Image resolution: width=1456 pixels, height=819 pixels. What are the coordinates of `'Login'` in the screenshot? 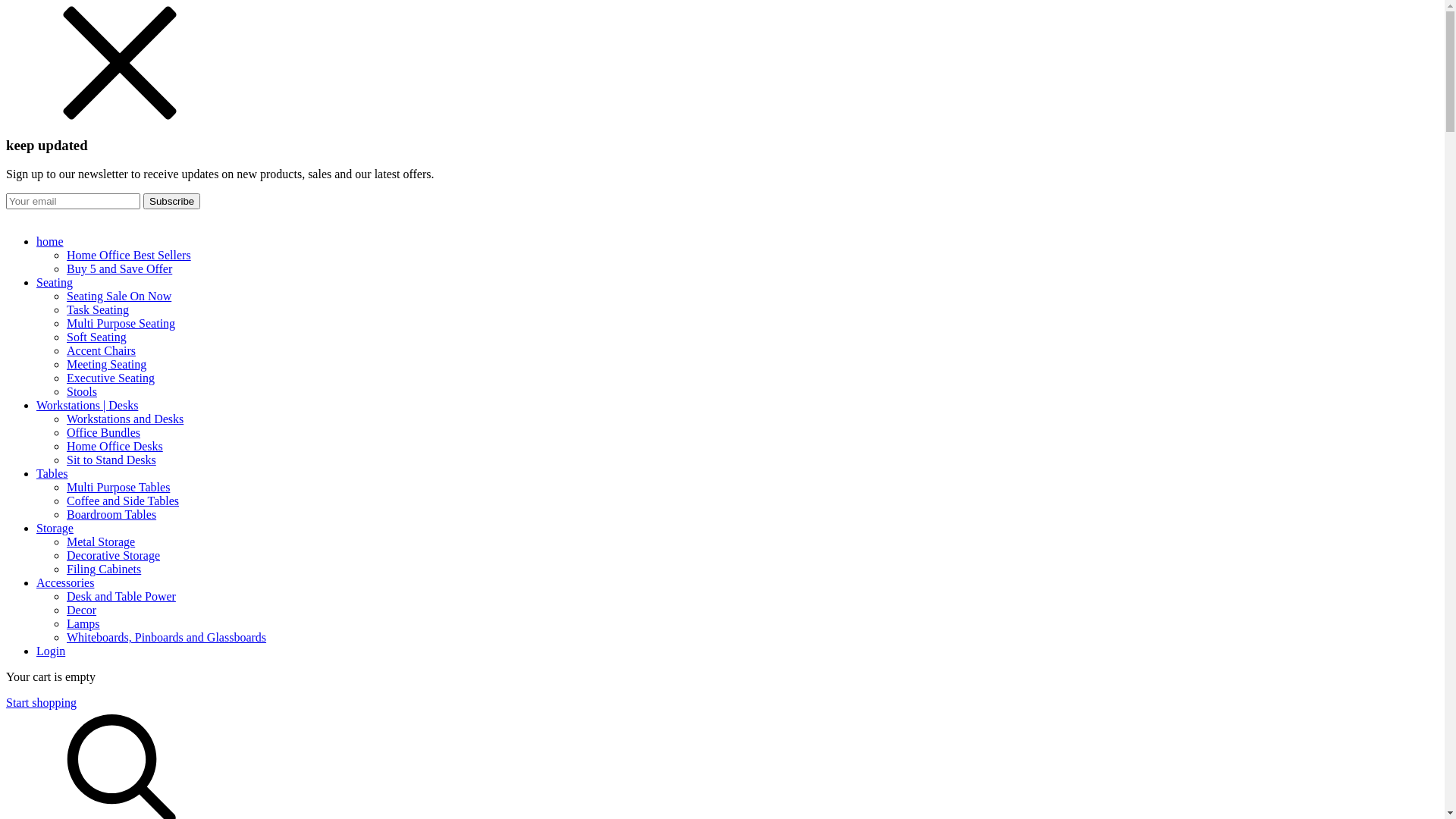 It's located at (51, 650).